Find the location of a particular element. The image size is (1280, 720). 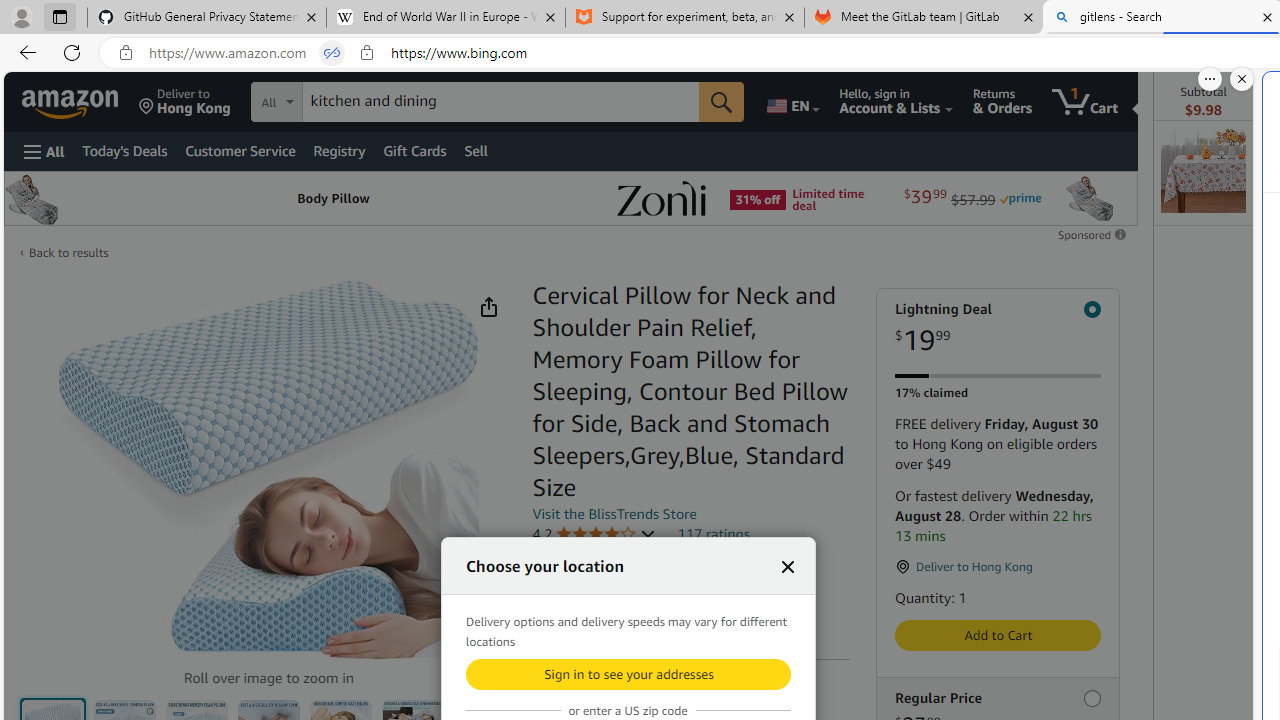

'1 item in cart' is located at coordinates (1083, 101).